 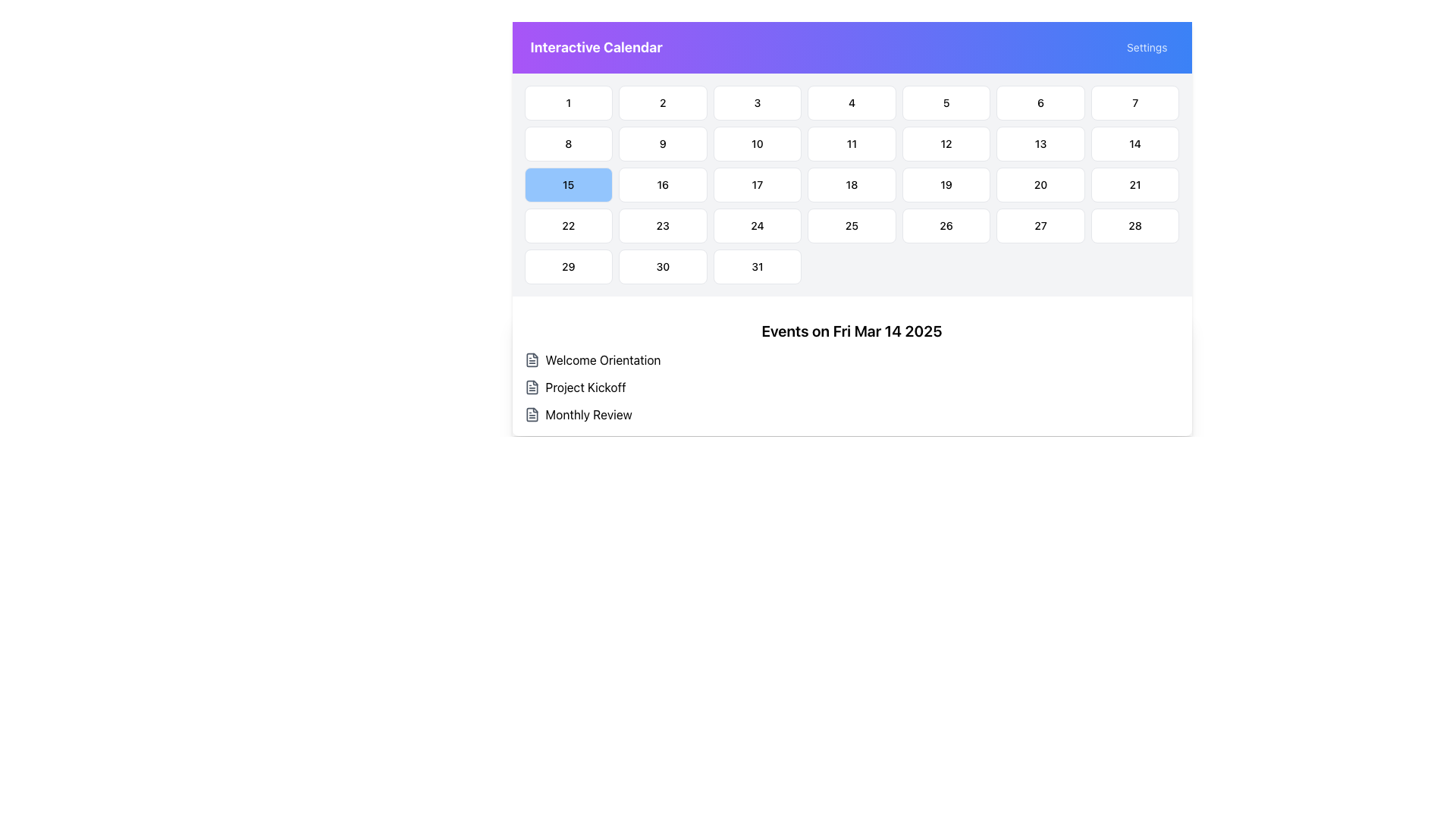 I want to click on the text element representing the date '31' in the calendar view, which is located in the last row and last column of the calendar grid, so click(x=757, y=265).